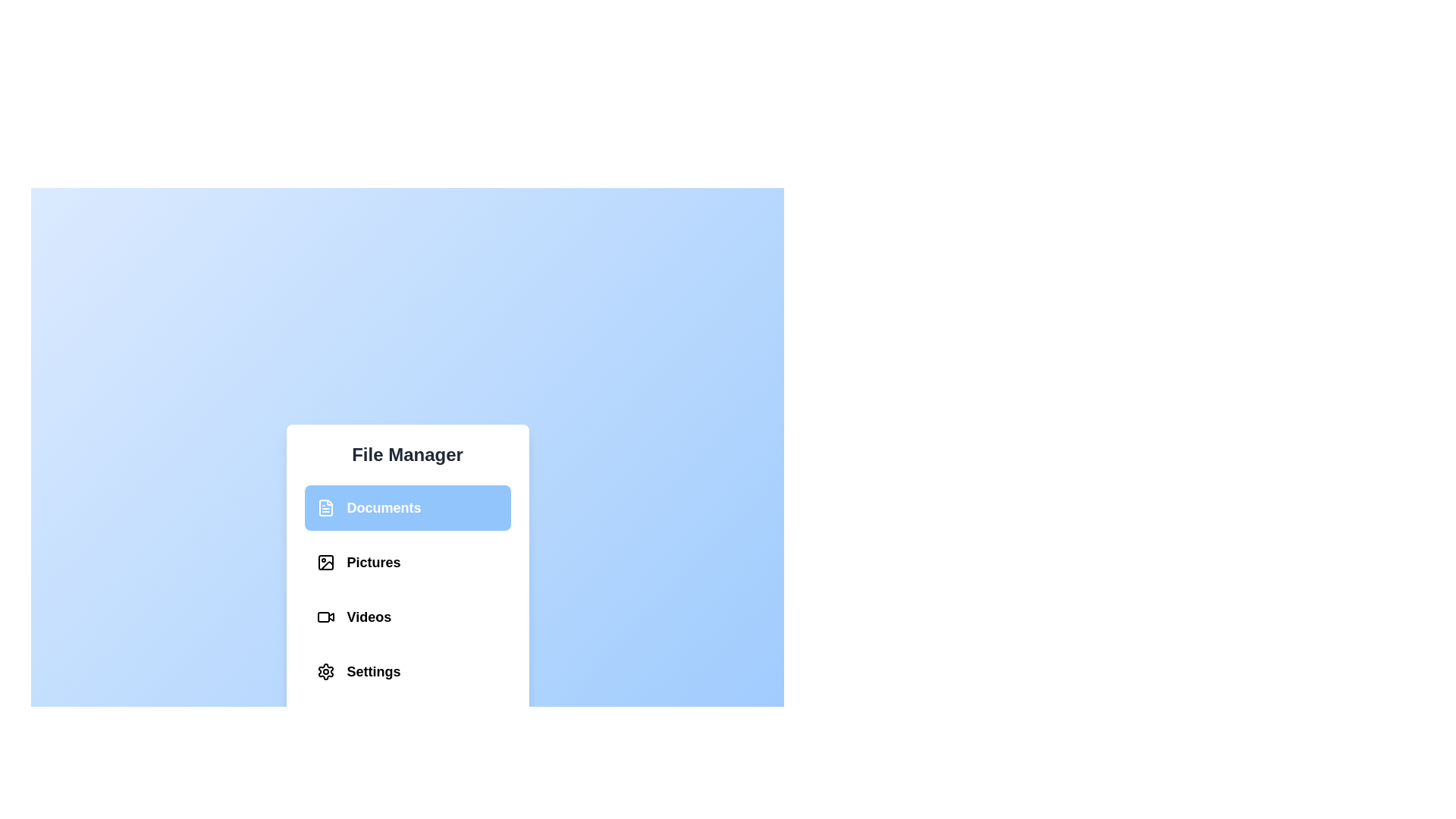  I want to click on the section Videos from the list, so click(407, 617).